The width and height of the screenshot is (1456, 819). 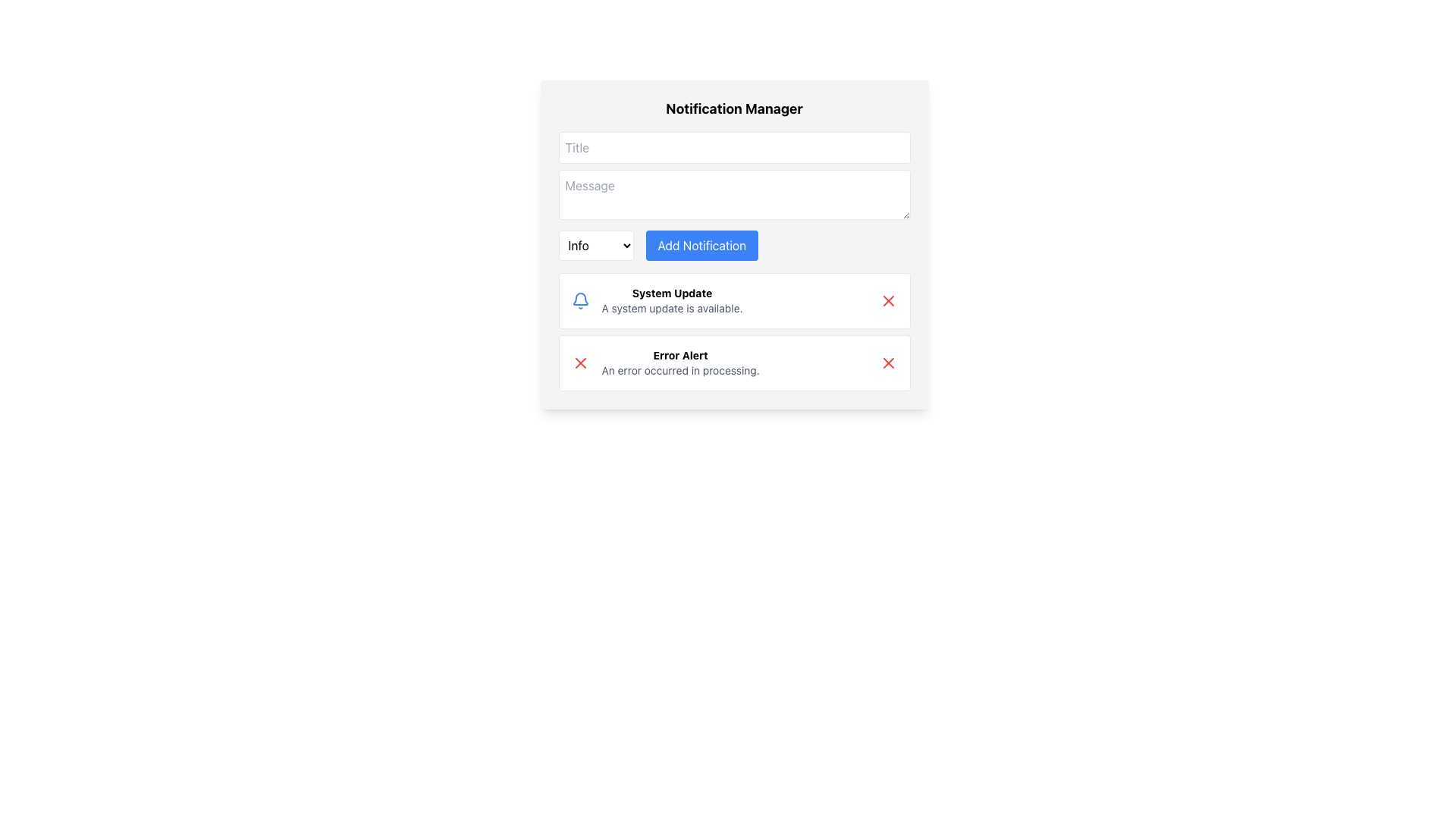 I want to click on the blue 'Add Notification' button with white text, so click(x=734, y=245).